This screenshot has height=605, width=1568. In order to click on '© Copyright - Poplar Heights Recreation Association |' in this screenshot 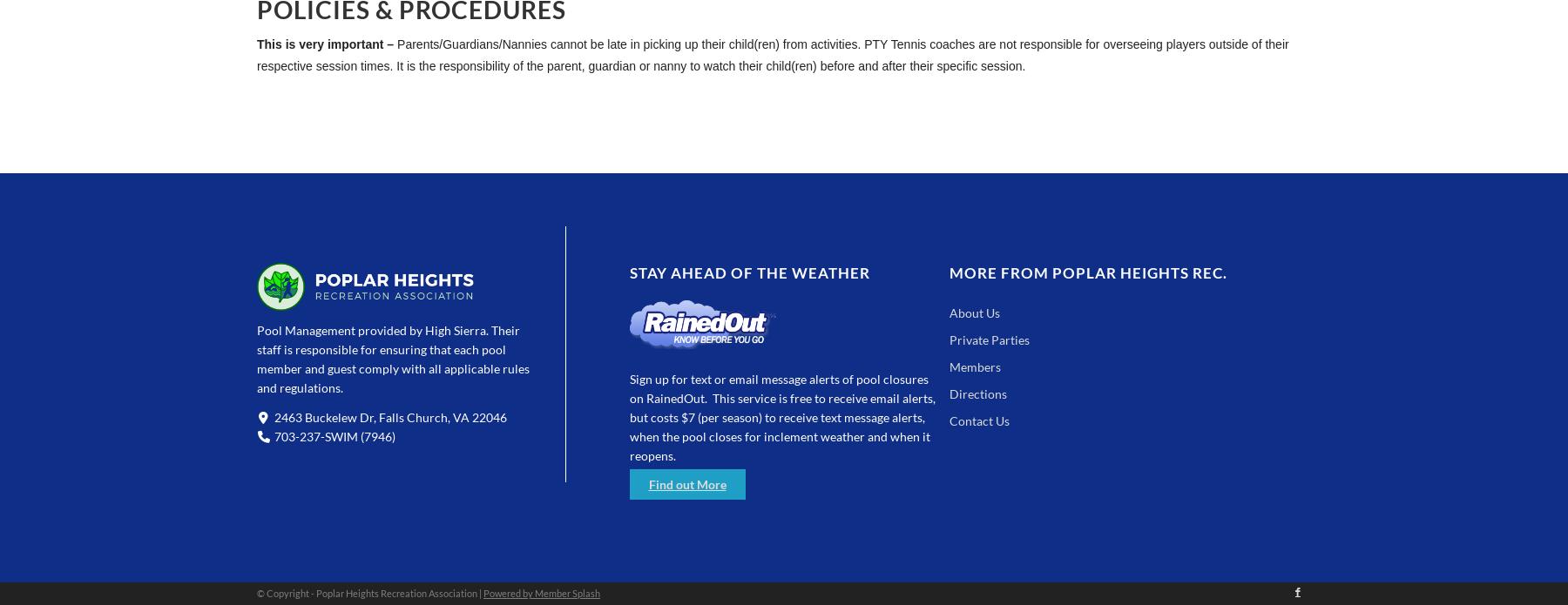, I will do `click(369, 592)`.